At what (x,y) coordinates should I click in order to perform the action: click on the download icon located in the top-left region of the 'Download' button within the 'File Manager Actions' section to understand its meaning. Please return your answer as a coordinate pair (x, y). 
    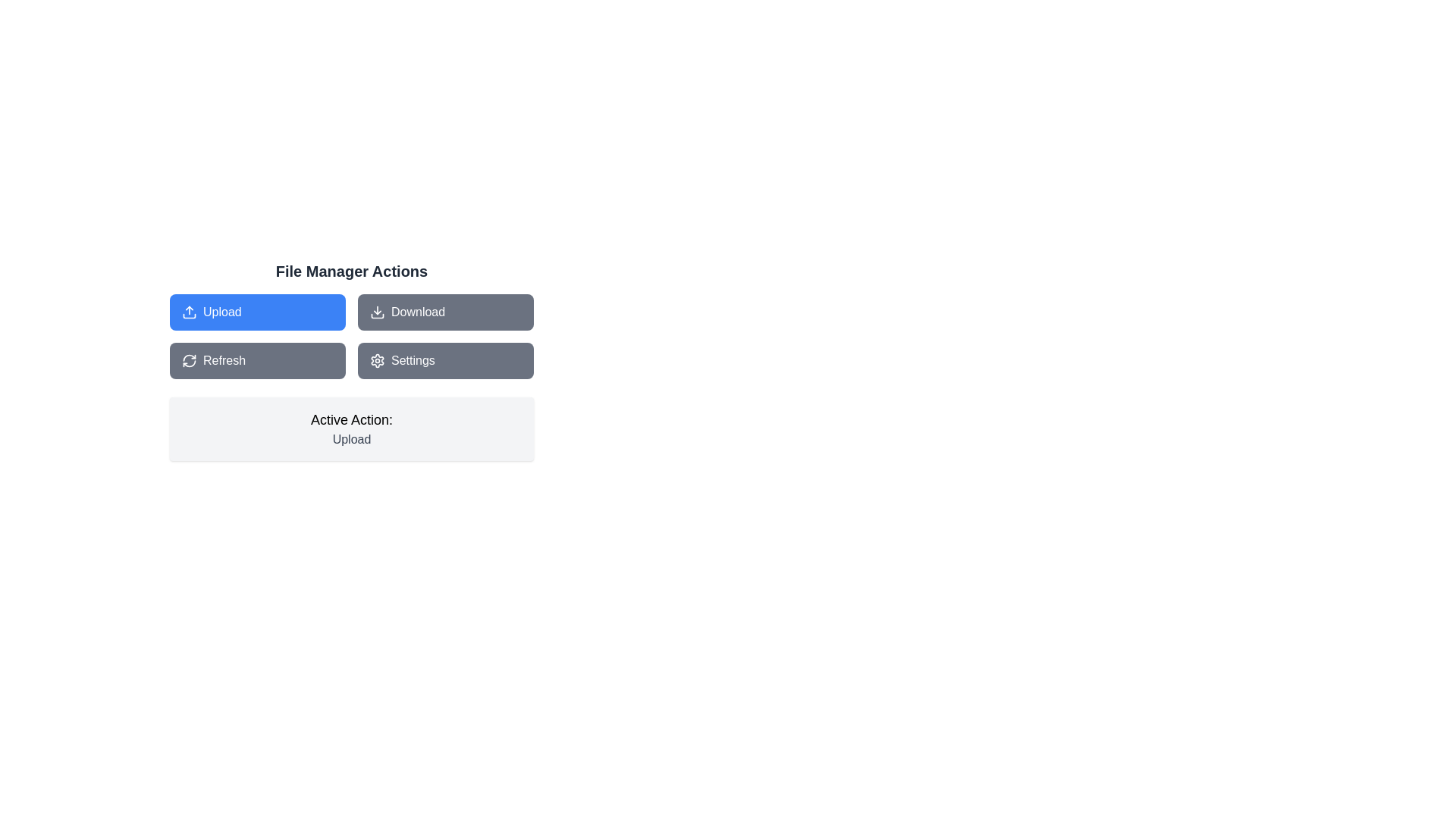
    Looking at the image, I should click on (378, 312).